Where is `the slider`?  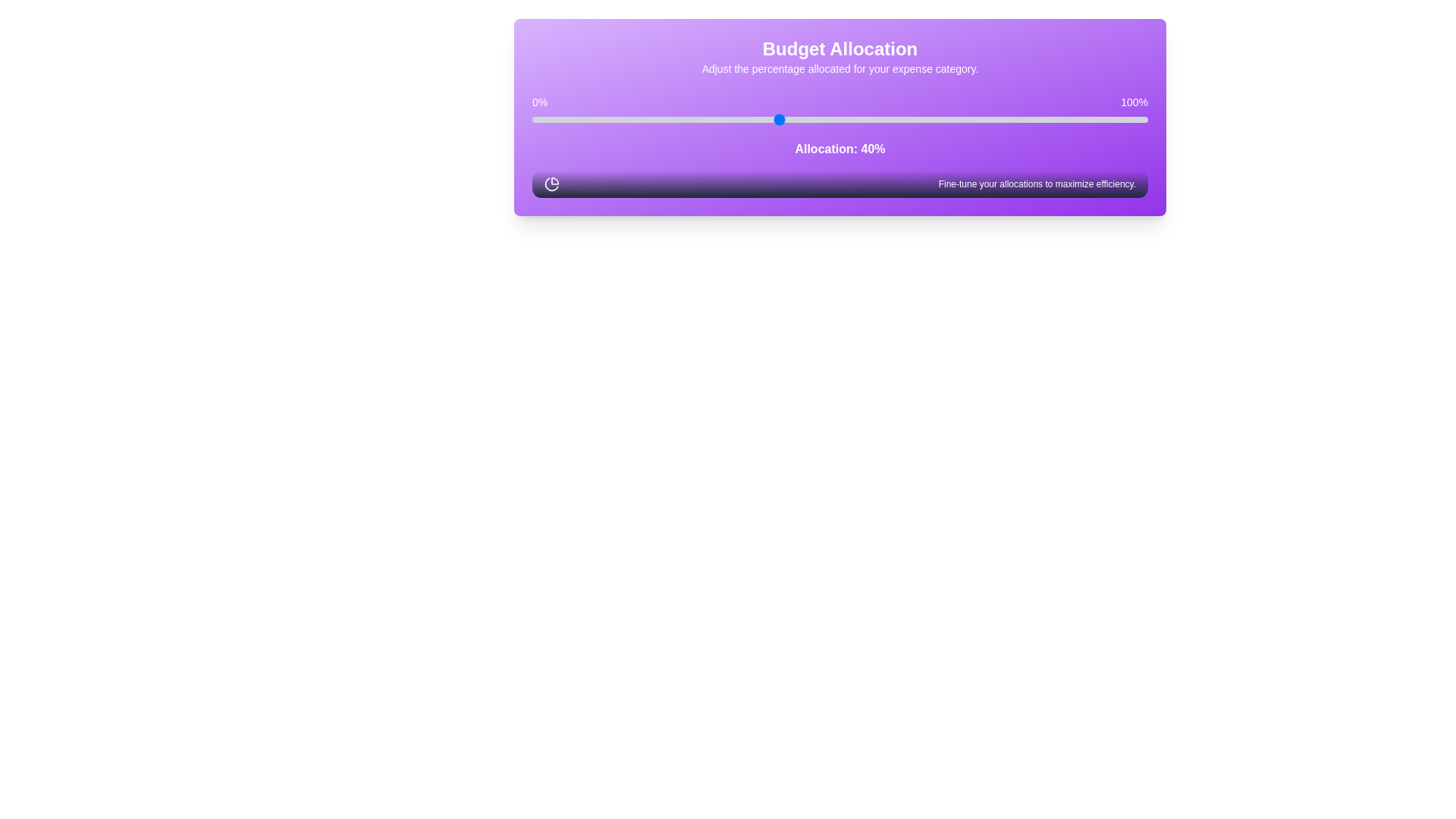 the slider is located at coordinates (808, 119).